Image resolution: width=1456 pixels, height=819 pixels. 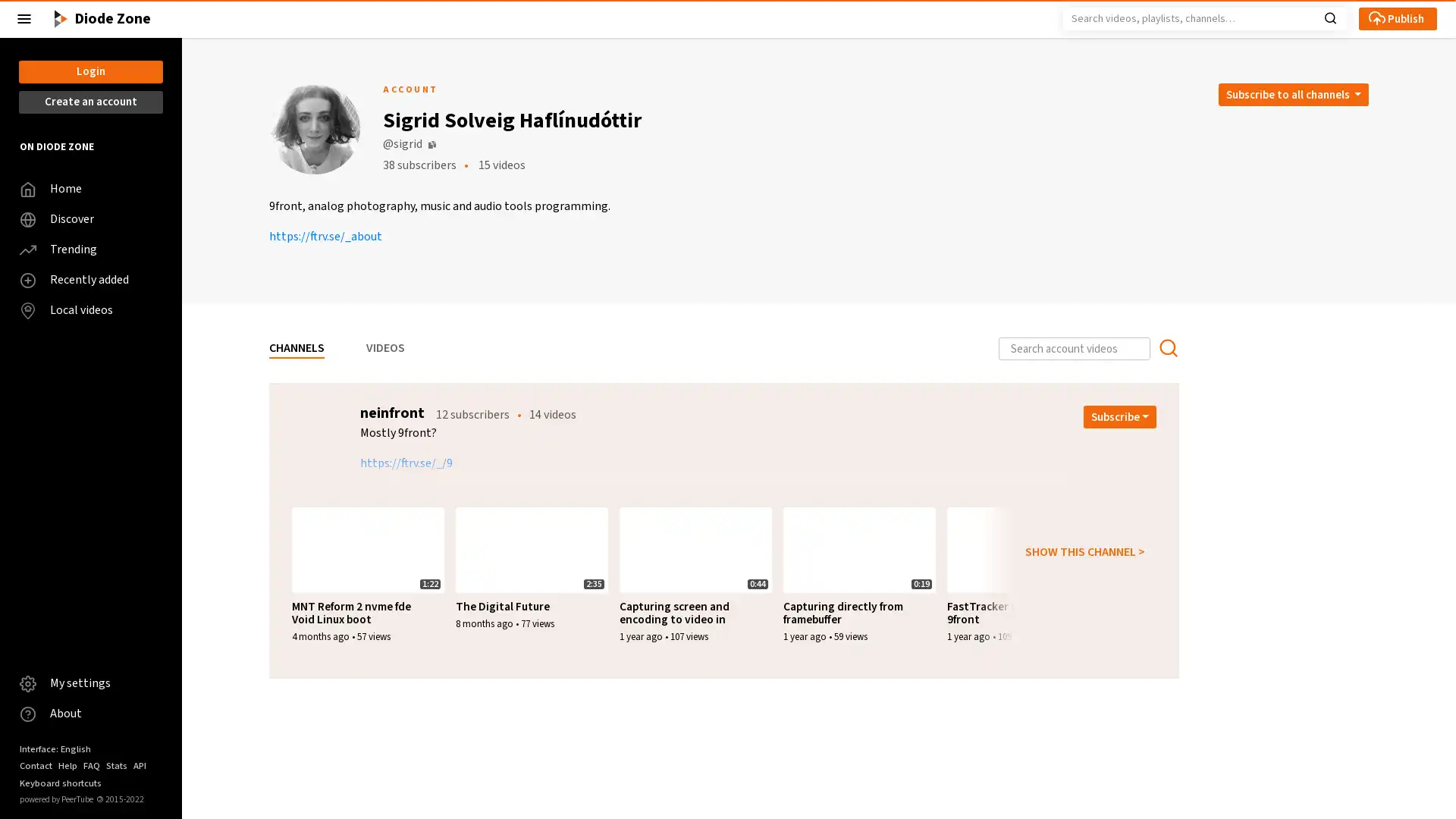 What do you see at coordinates (55, 748) in the screenshot?
I see `Interface: English` at bounding box center [55, 748].